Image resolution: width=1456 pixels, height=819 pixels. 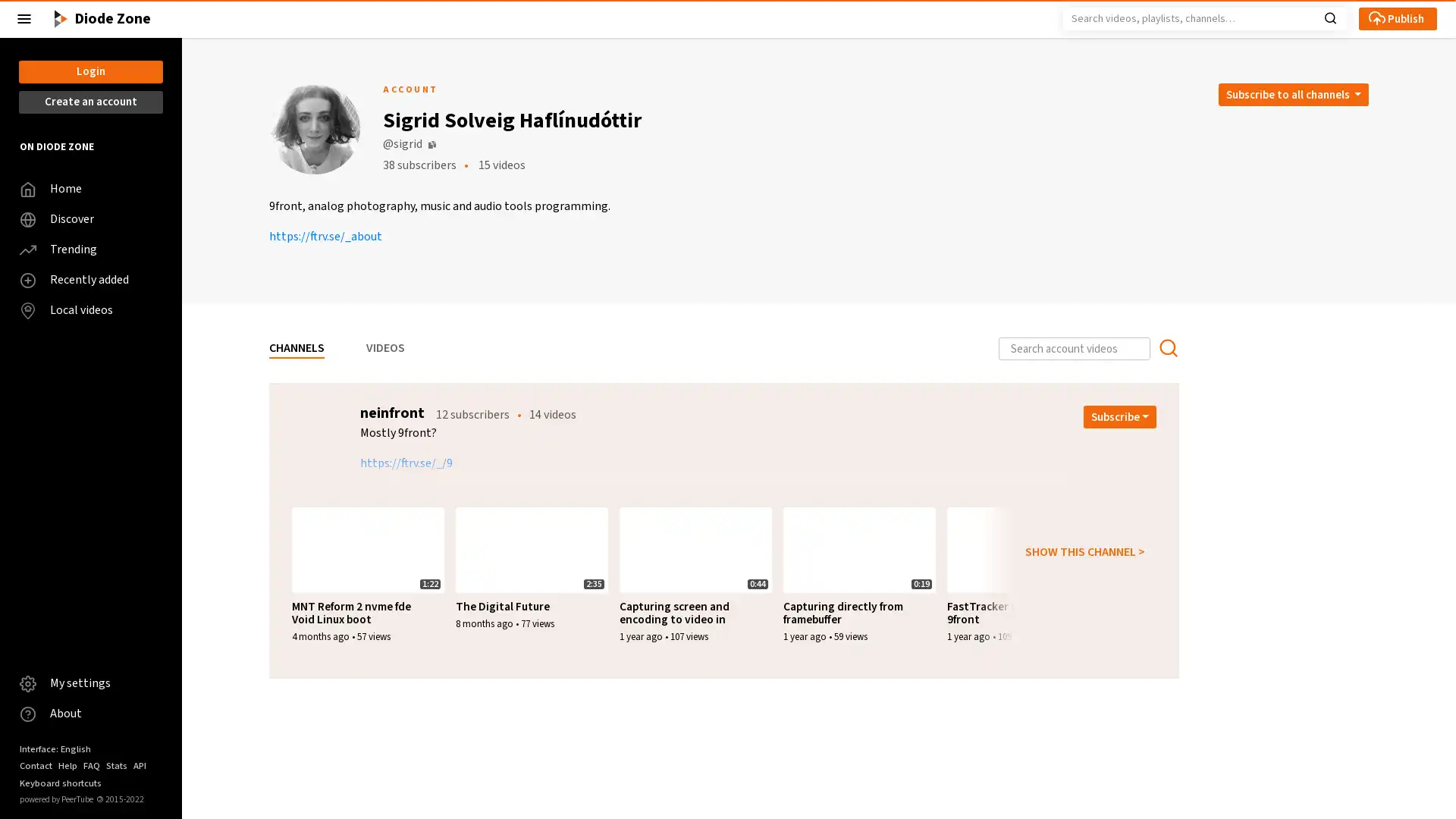 What do you see at coordinates (55, 748) in the screenshot?
I see `Interface: English` at bounding box center [55, 748].